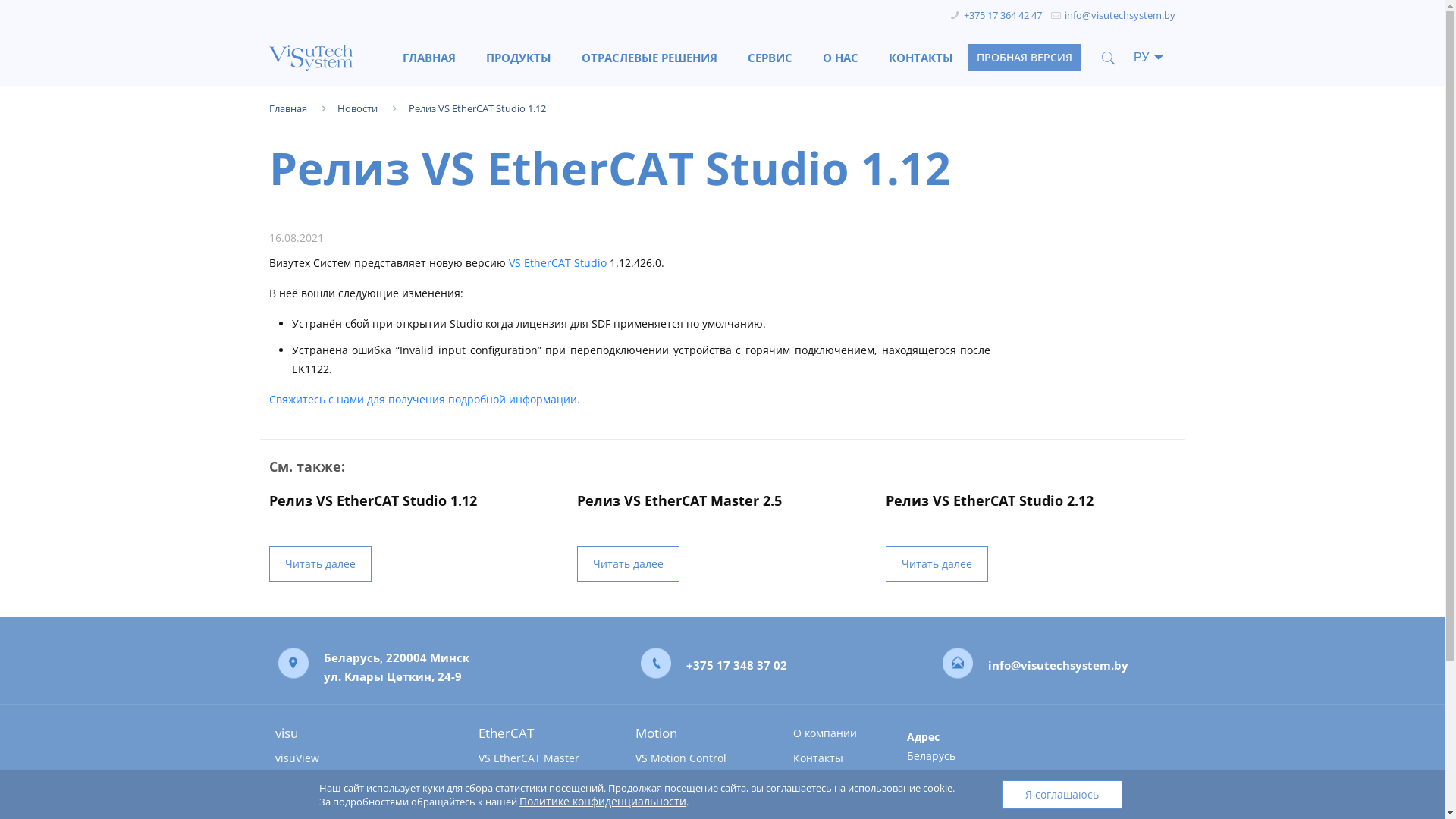 The image size is (1456, 819). Describe the element at coordinates (509, 262) in the screenshot. I see `'VS EtherCAT Studio'` at that location.